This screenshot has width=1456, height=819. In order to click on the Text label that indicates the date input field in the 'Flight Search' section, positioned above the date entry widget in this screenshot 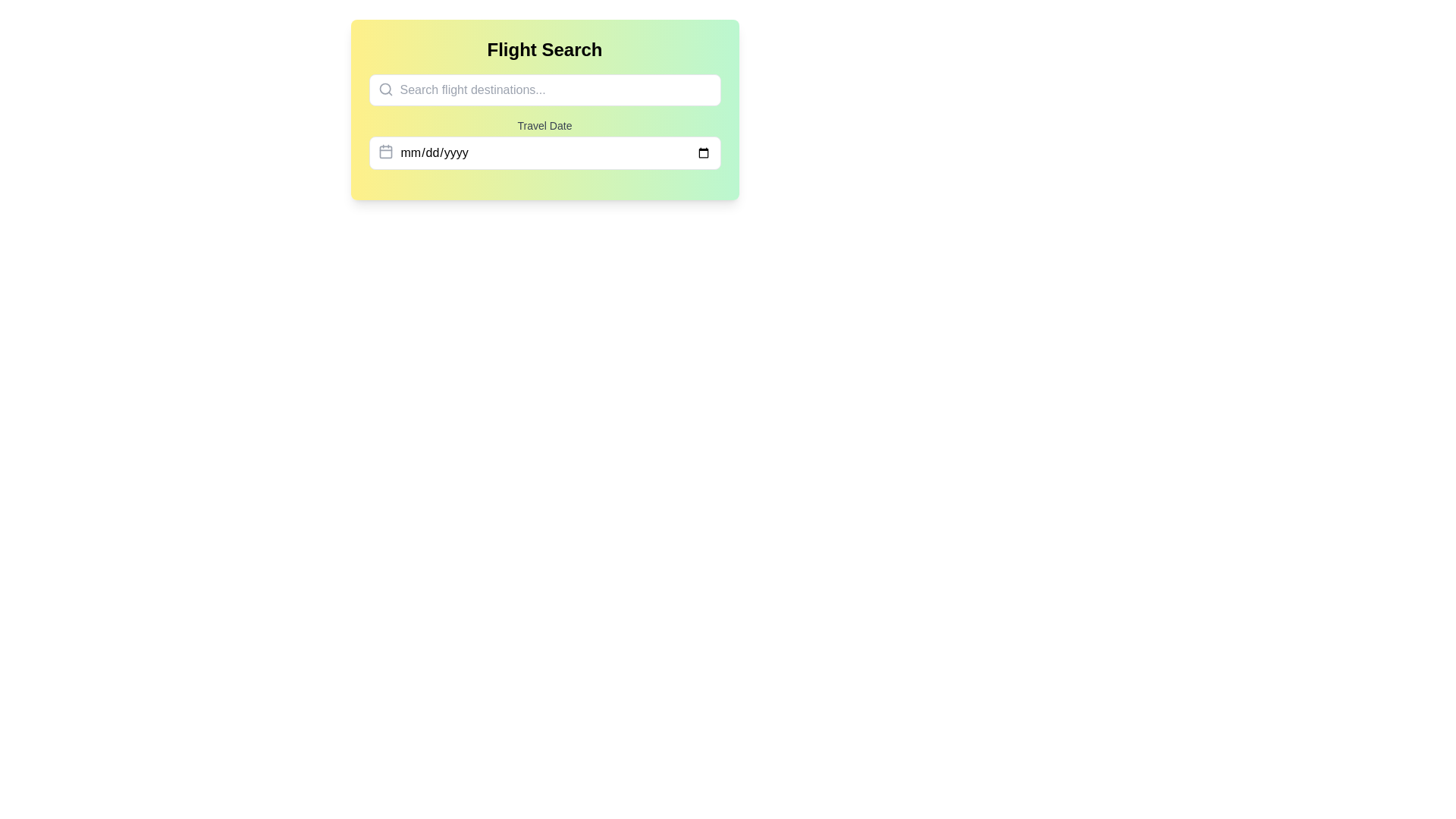, I will do `click(544, 124)`.